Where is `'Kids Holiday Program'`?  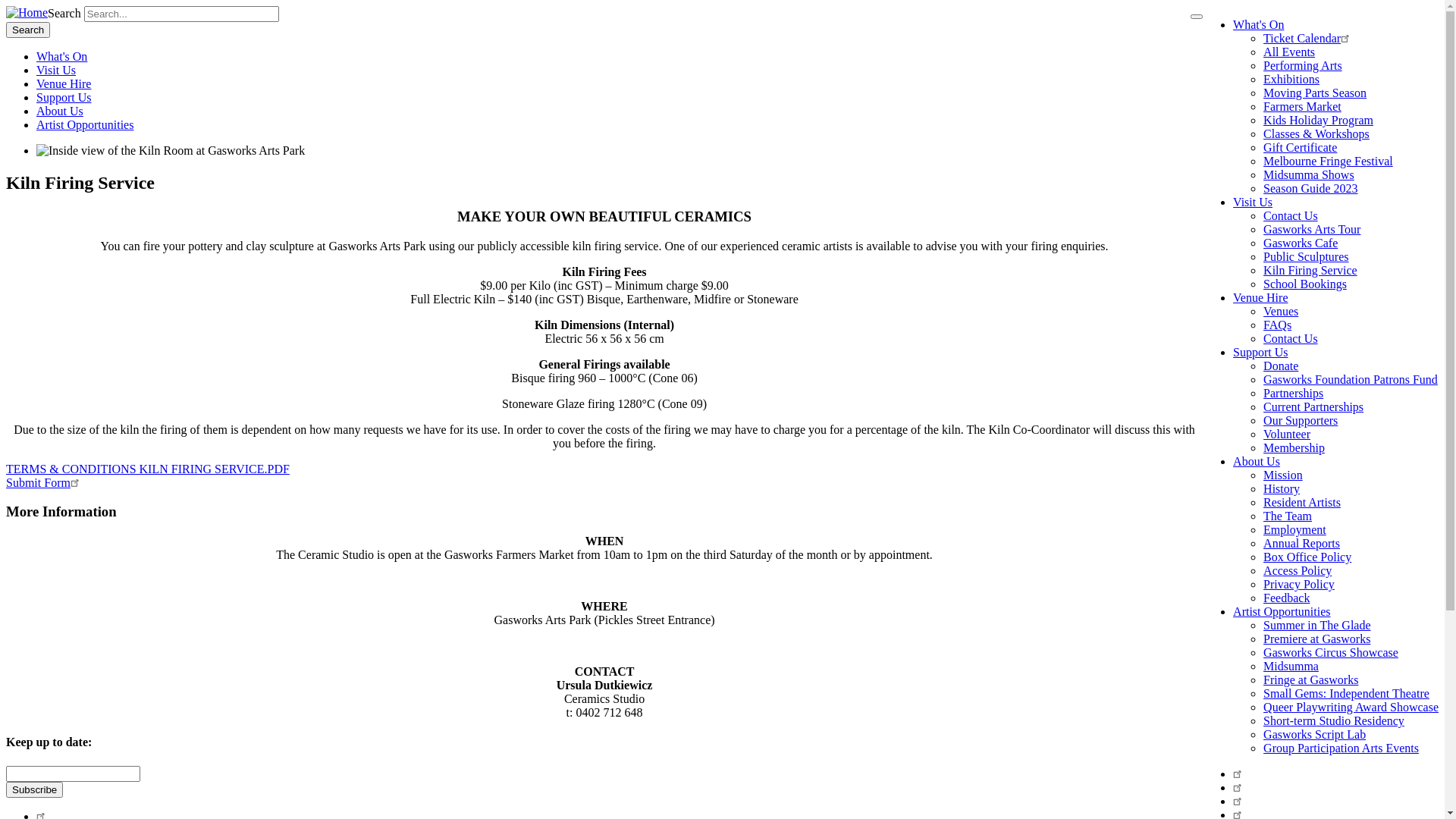 'Kids Holiday Program' is located at coordinates (1317, 119).